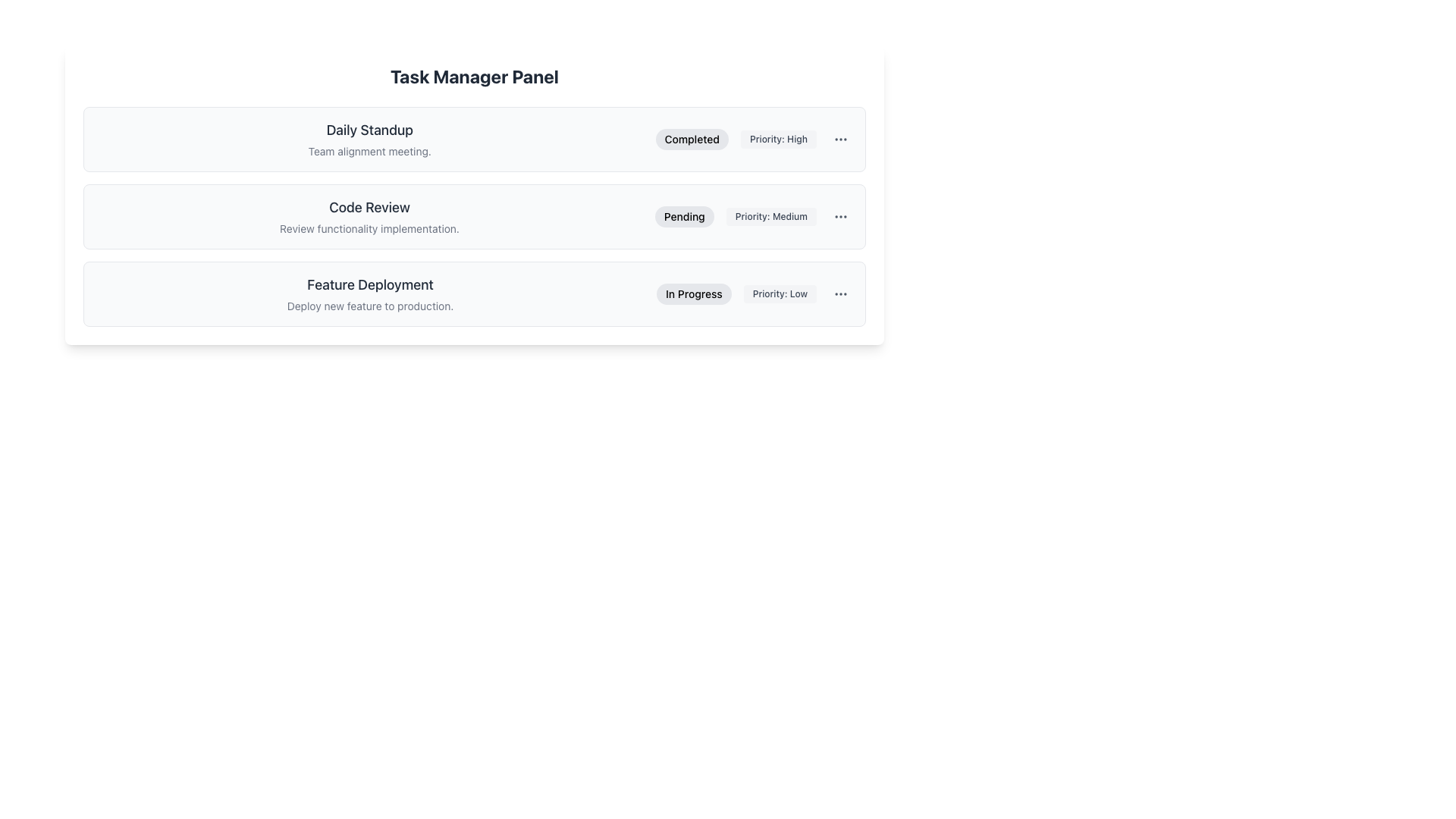  I want to click on the status information of the Status Indicator Label located in the 'Daily Standup' task block, positioned to the right of the task title and description, so click(691, 140).